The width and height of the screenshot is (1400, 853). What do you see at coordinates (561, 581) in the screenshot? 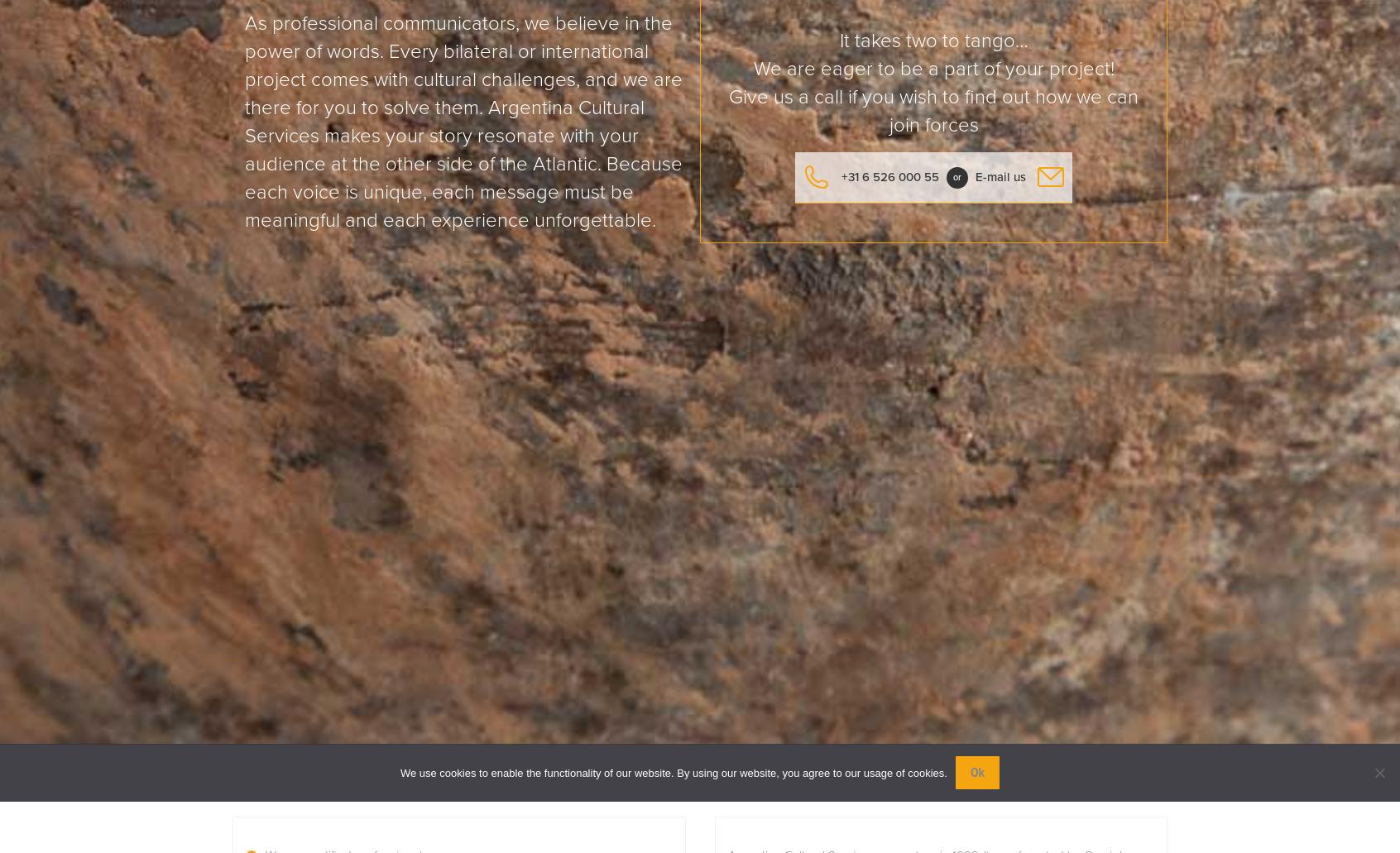
I see `'Find us on:'` at bounding box center [561, 581].